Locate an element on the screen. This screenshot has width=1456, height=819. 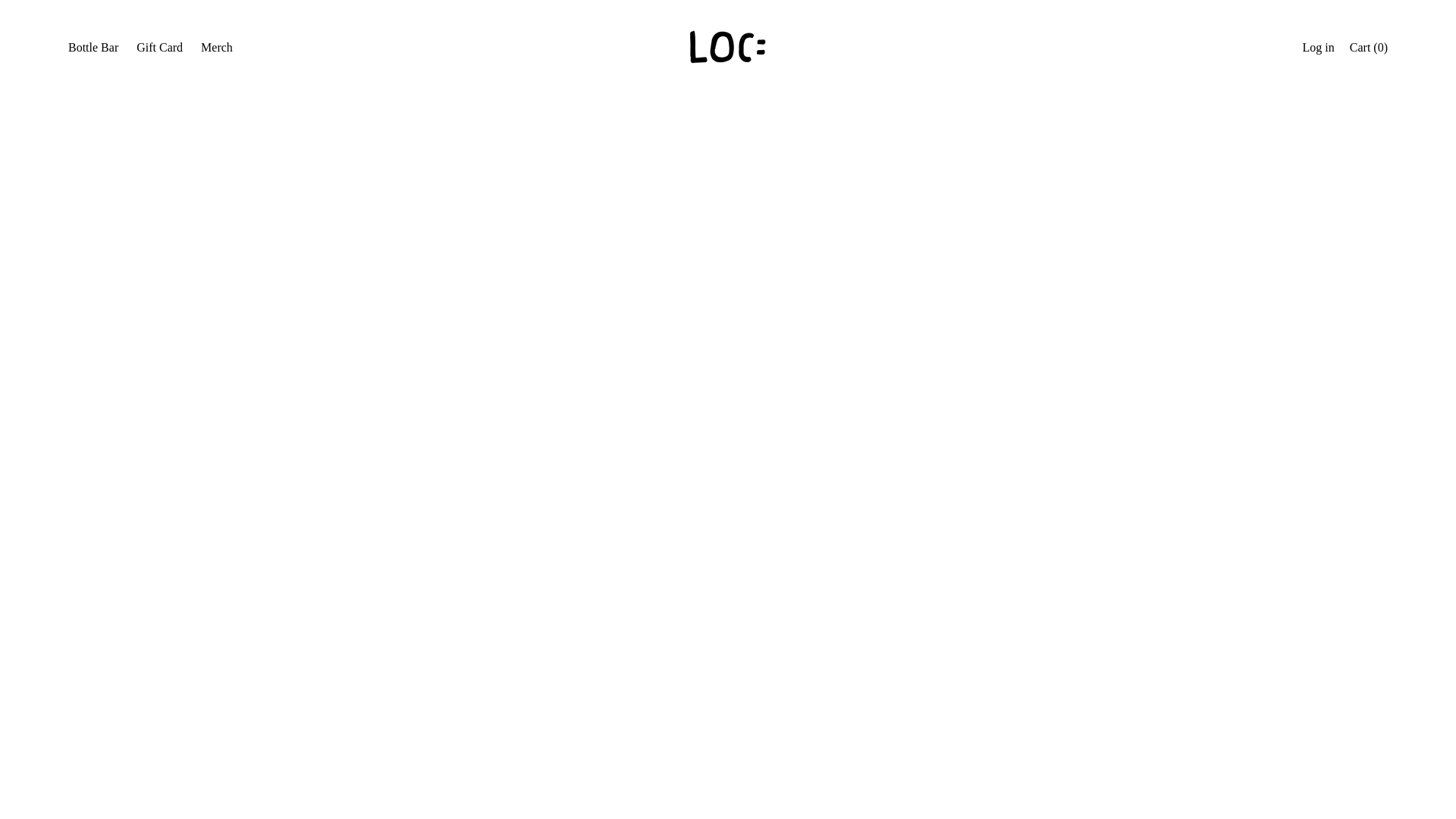
'LOC' is located at coordinates (134, 460).